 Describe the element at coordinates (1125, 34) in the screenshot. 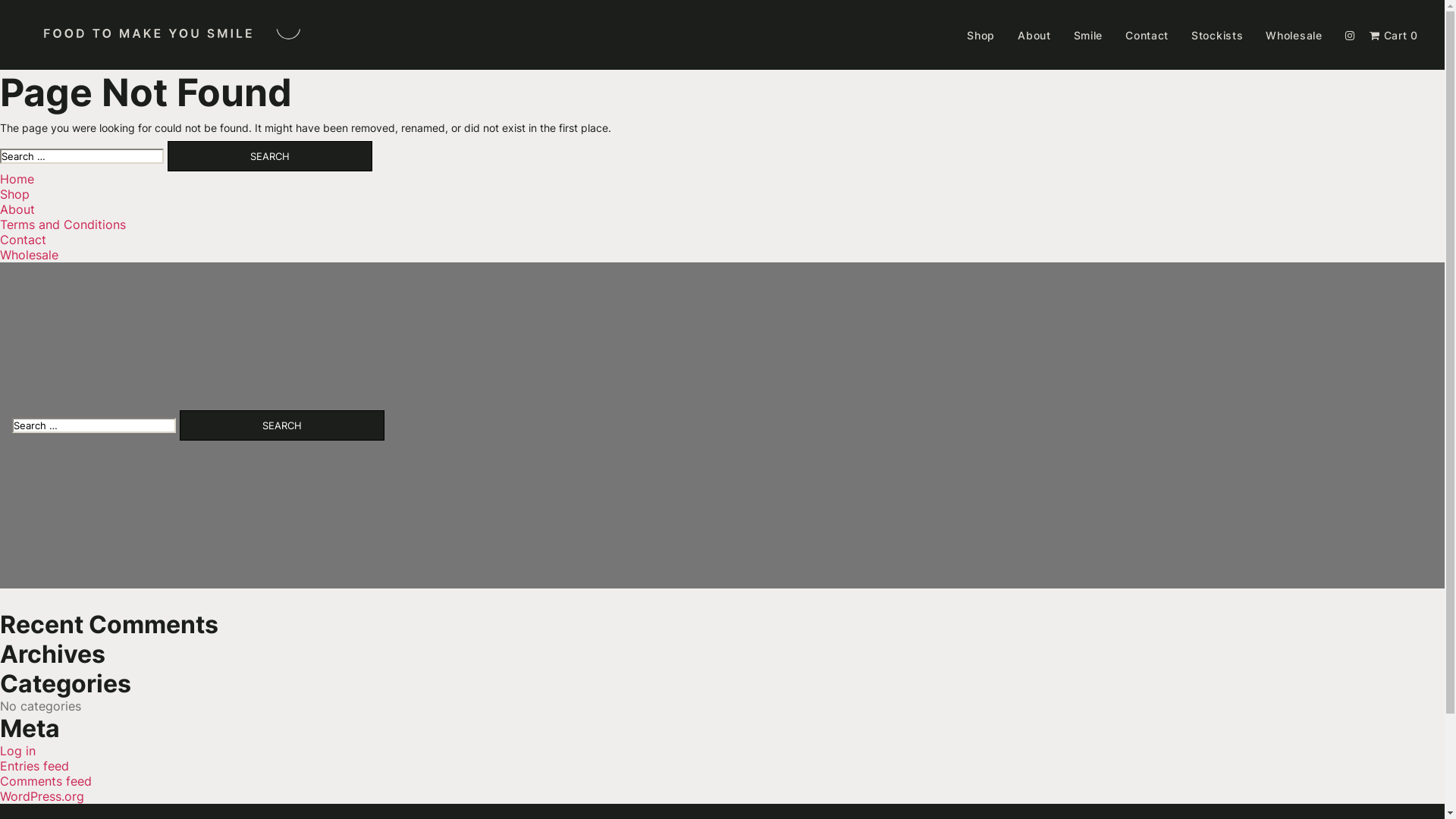

I see `'Contact'` at that location.